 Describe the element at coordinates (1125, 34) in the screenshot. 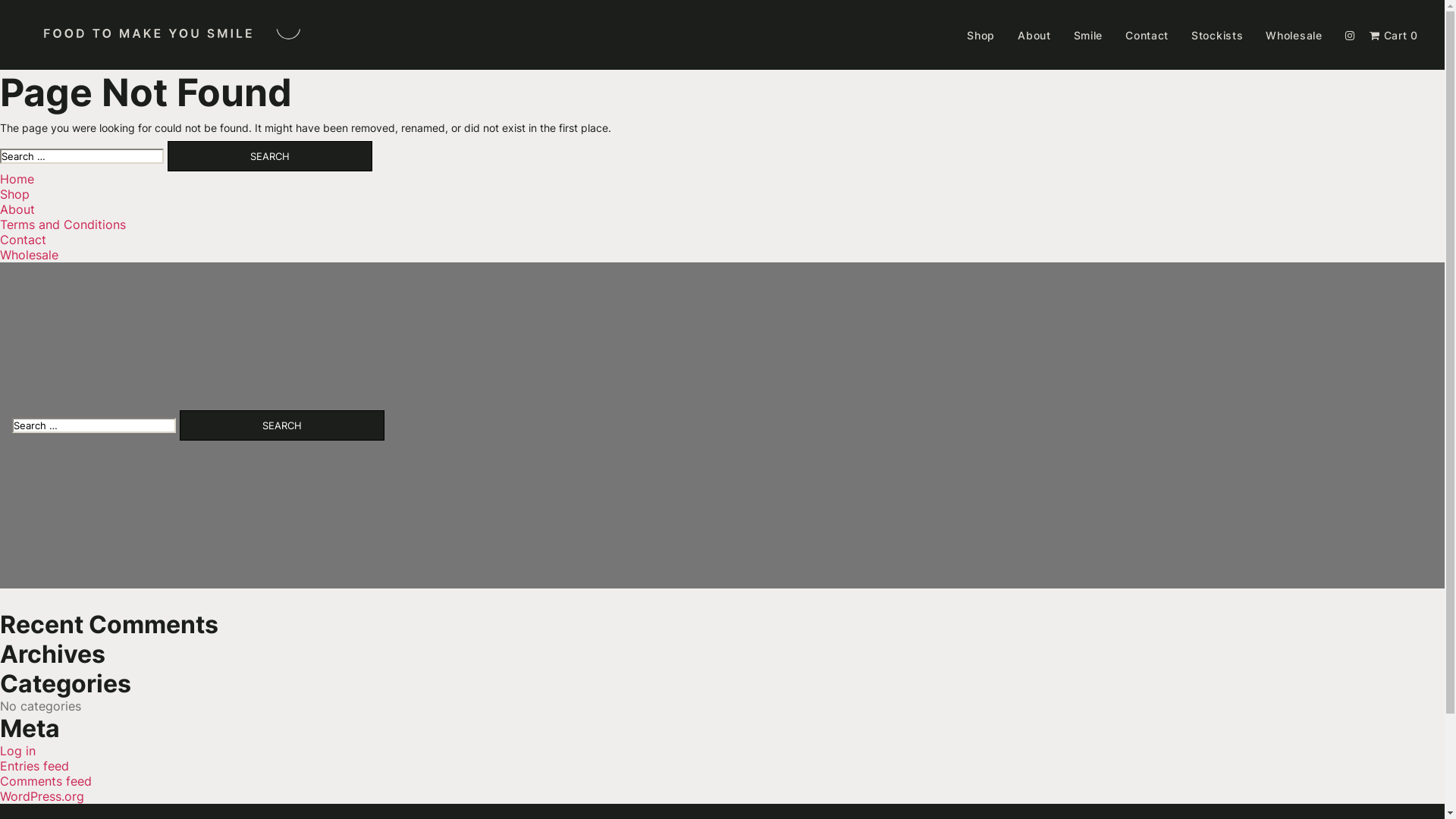

I see `'Contact'` at that location.